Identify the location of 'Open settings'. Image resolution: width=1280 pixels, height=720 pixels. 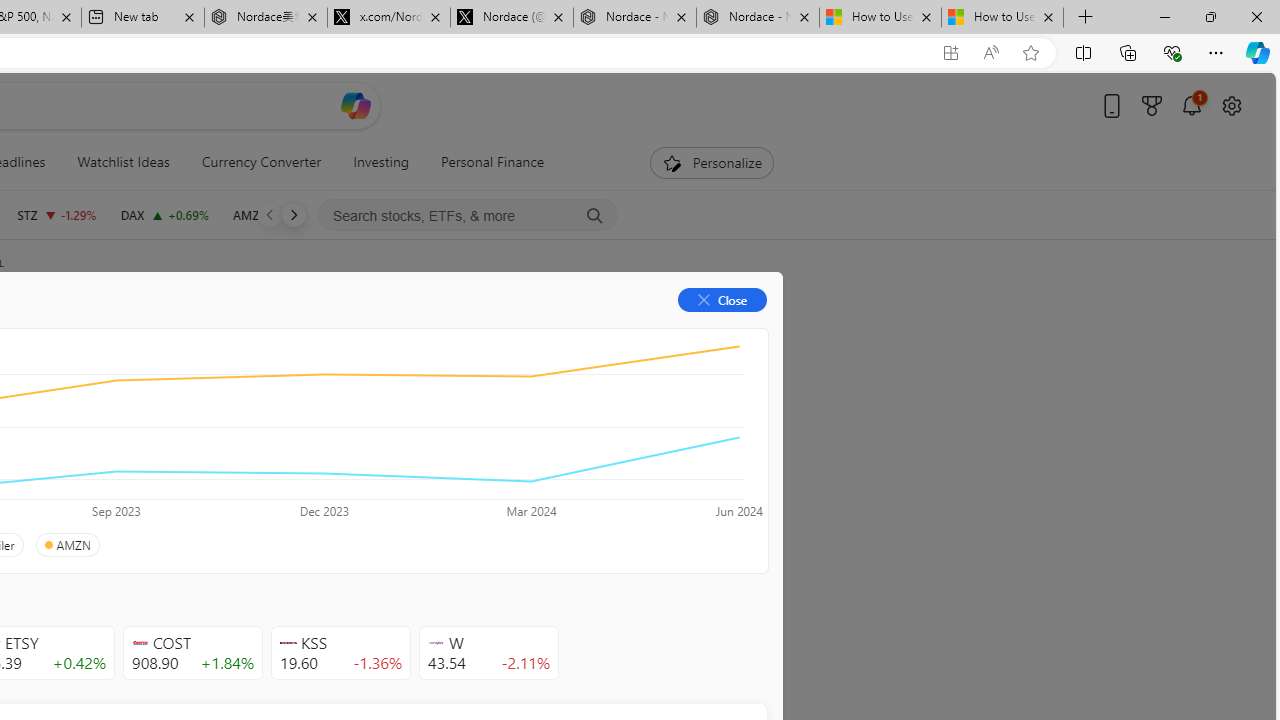
(1231, 105).